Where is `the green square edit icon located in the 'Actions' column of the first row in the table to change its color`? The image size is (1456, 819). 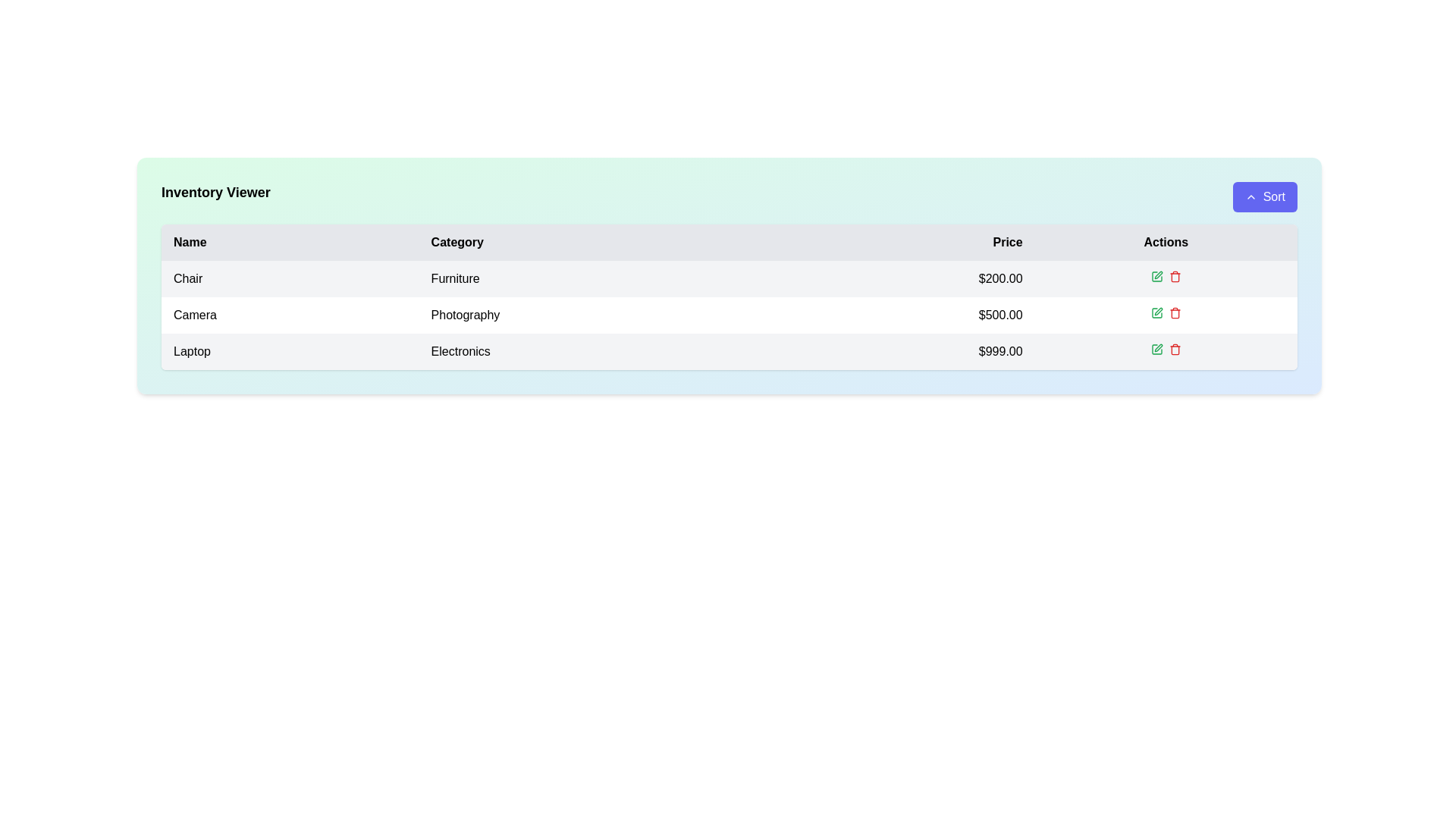 the green square edit icon located in the 'Actions' column of the first row in the table to change its color is located at coordinates (1156, 277).